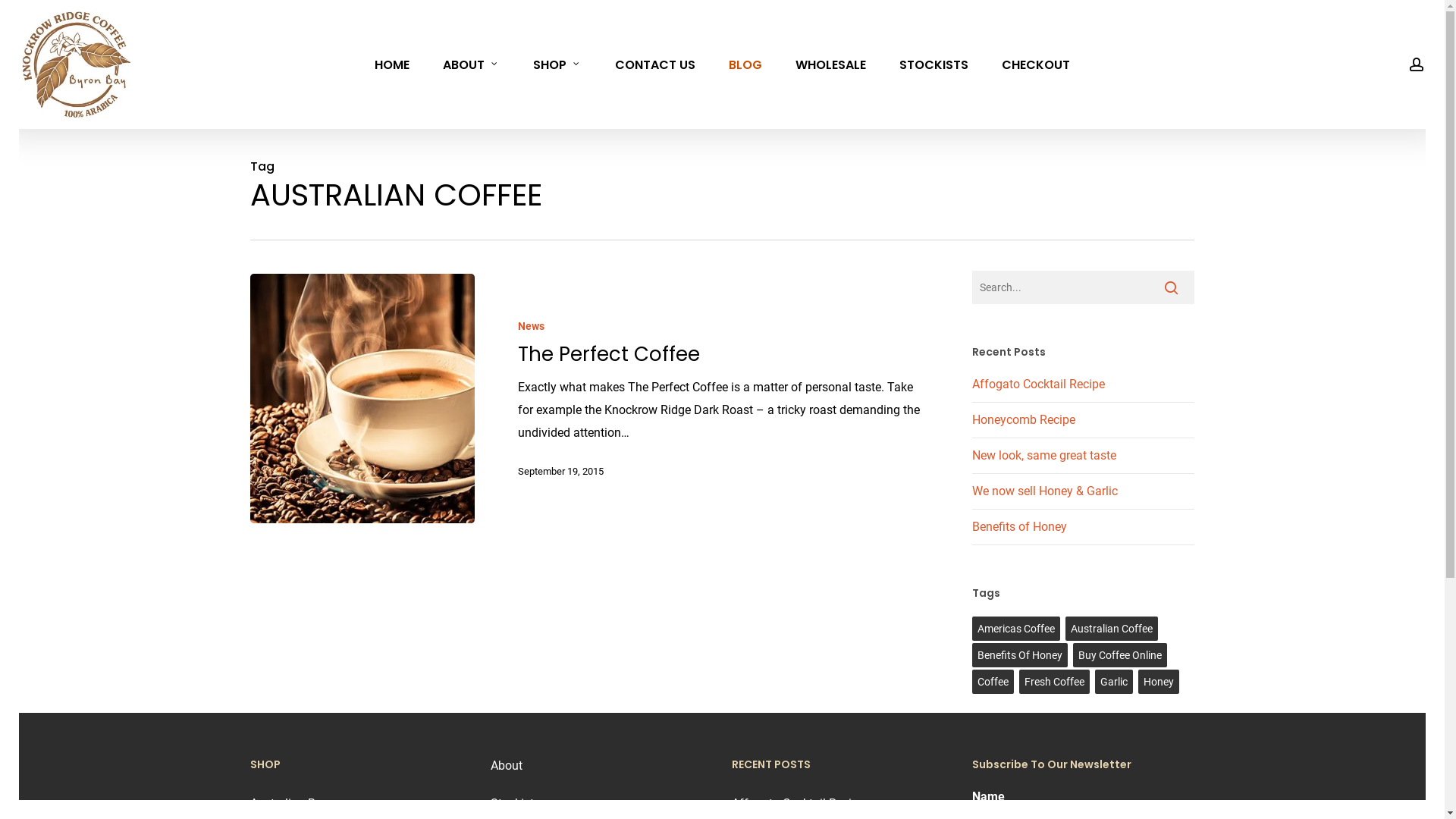 The width and height of the screenshot is (1456, 819). Describe the element at coordinates (1415, 63) in the screenshot. I see `'account'` at that location.